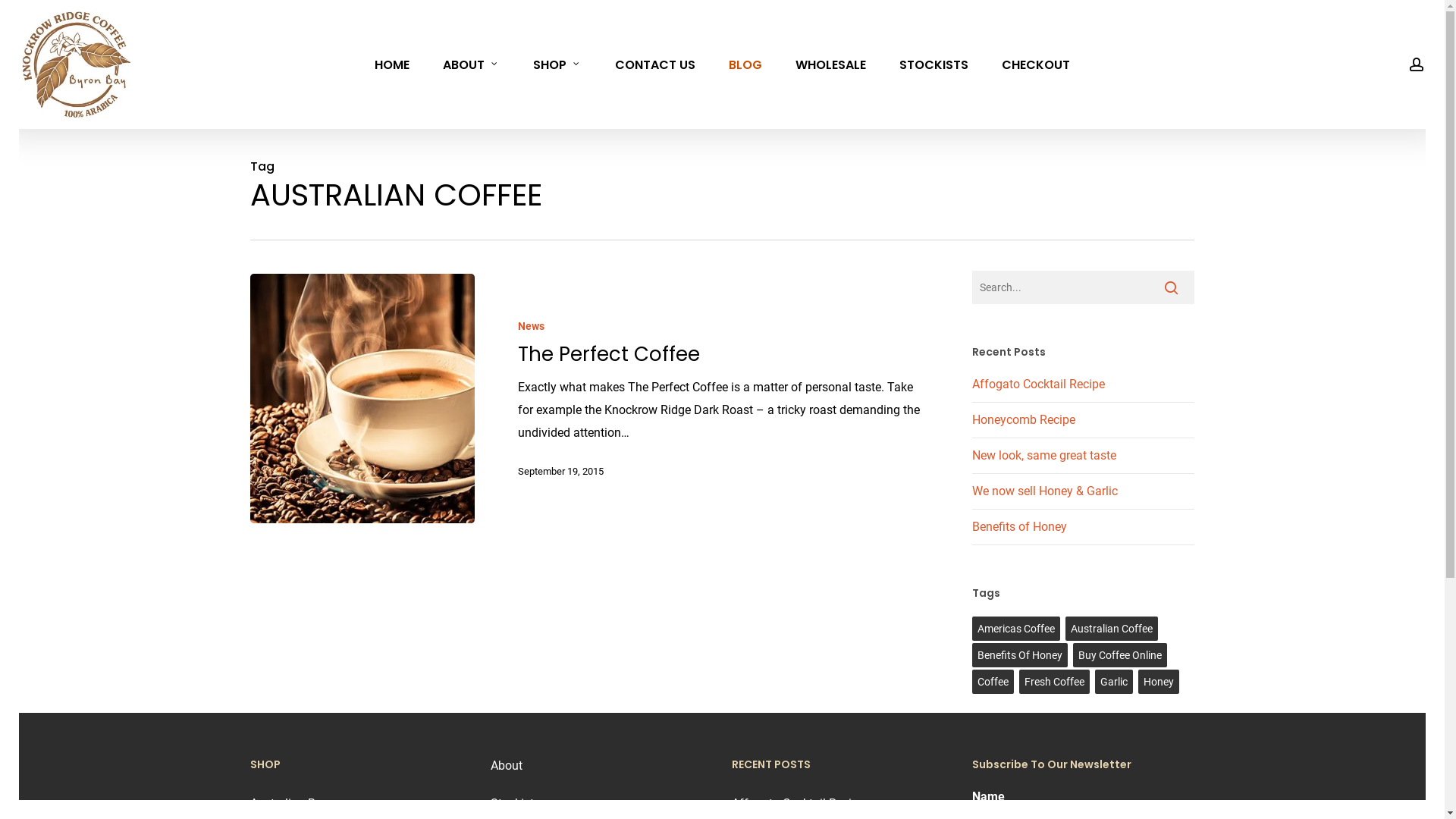 The width and height of the screenshot is (1456, 819). Describe the element at coordinates (1415, 63) in the screenshot. I see `'account'` at that location.